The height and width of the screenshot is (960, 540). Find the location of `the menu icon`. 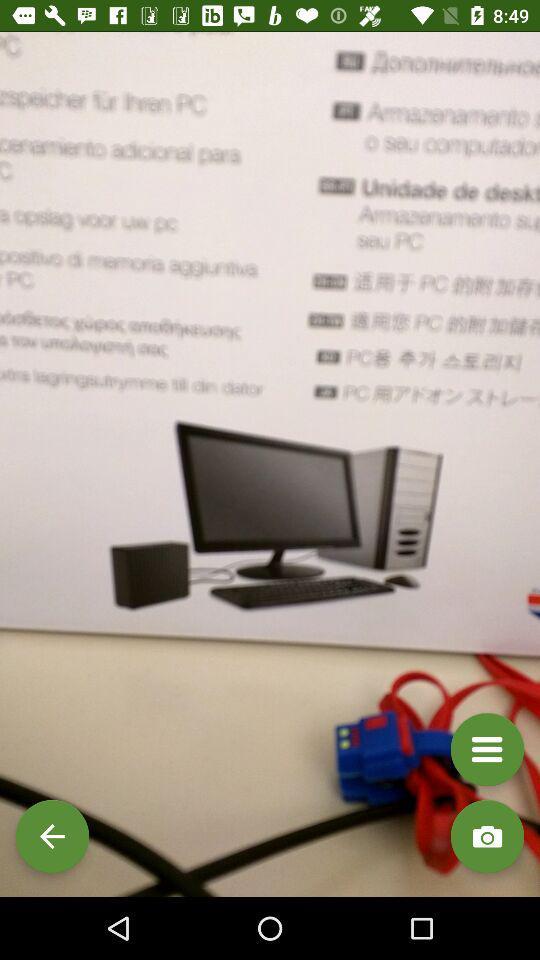

the menu icon is located at coordinates (486, 748).